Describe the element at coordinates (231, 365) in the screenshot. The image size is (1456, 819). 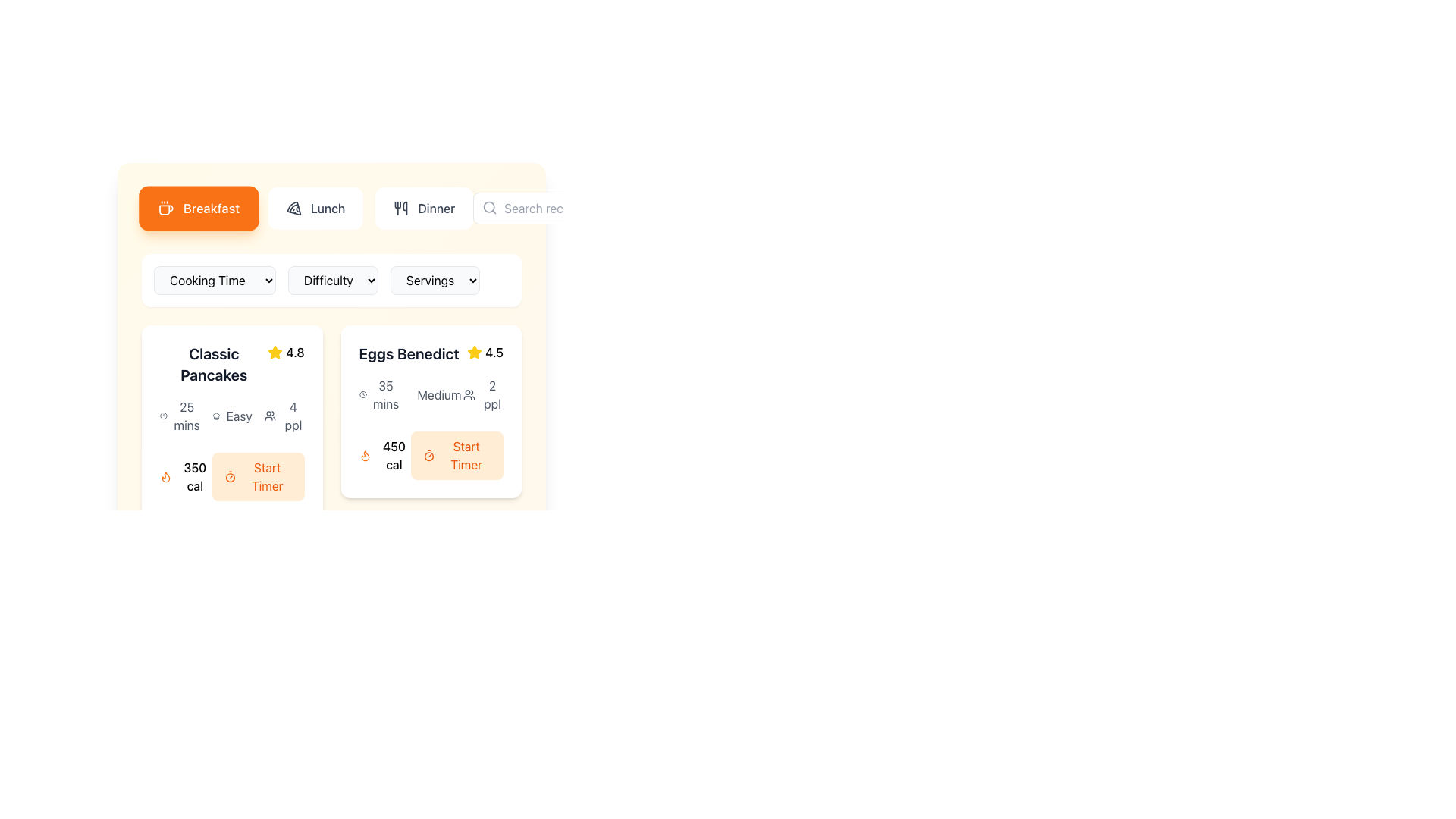
I see `the content of the recipe header displaying 'Classic Pancakes' and its associated rating, located at the top-left corner of the card-like component` at that location.